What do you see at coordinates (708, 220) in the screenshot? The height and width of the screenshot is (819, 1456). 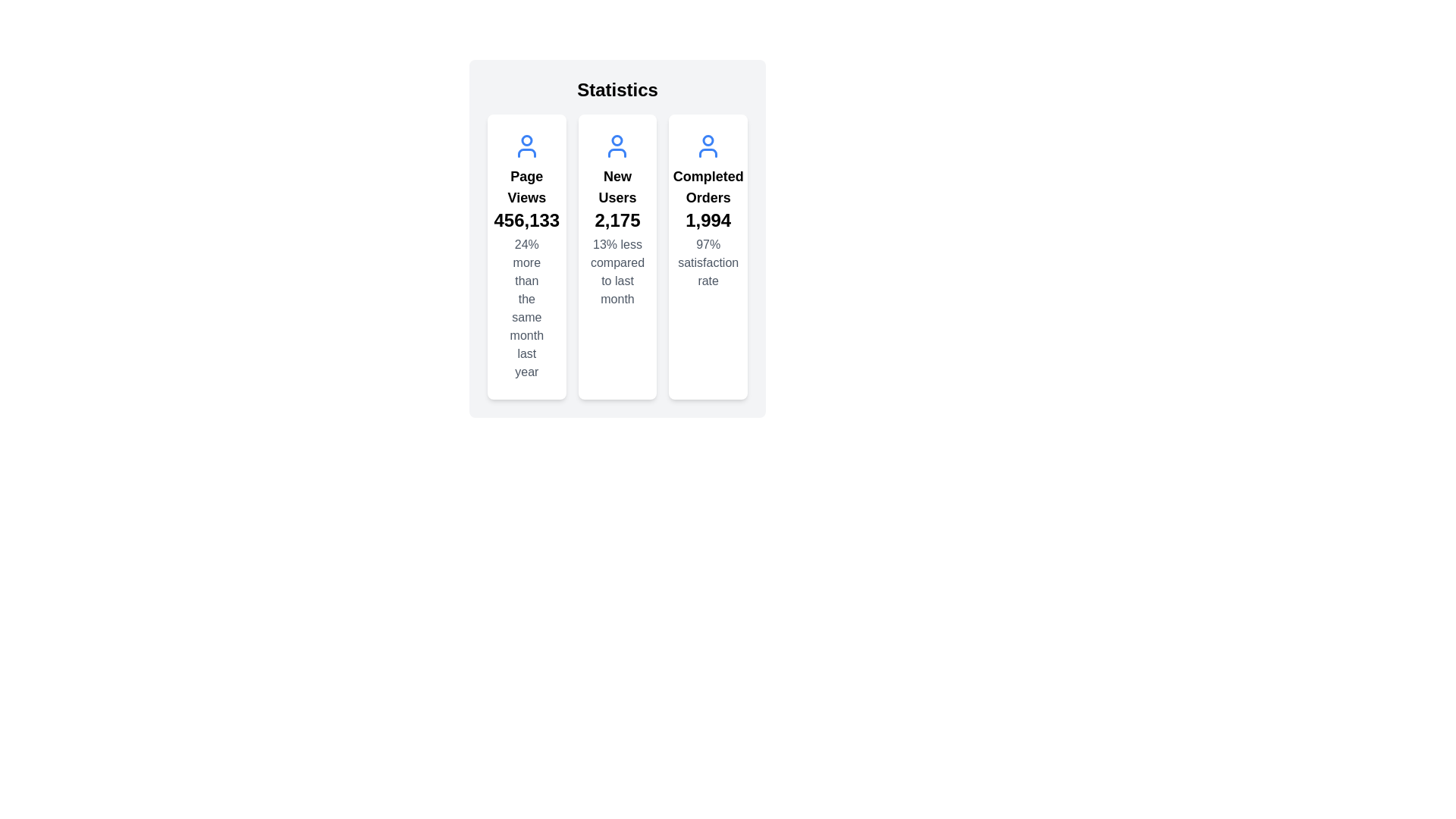 I see `the numeric text '1,994' within the 'Completed Orders' section, which is styled with a bold and large font` at bounding box center [708, 220].